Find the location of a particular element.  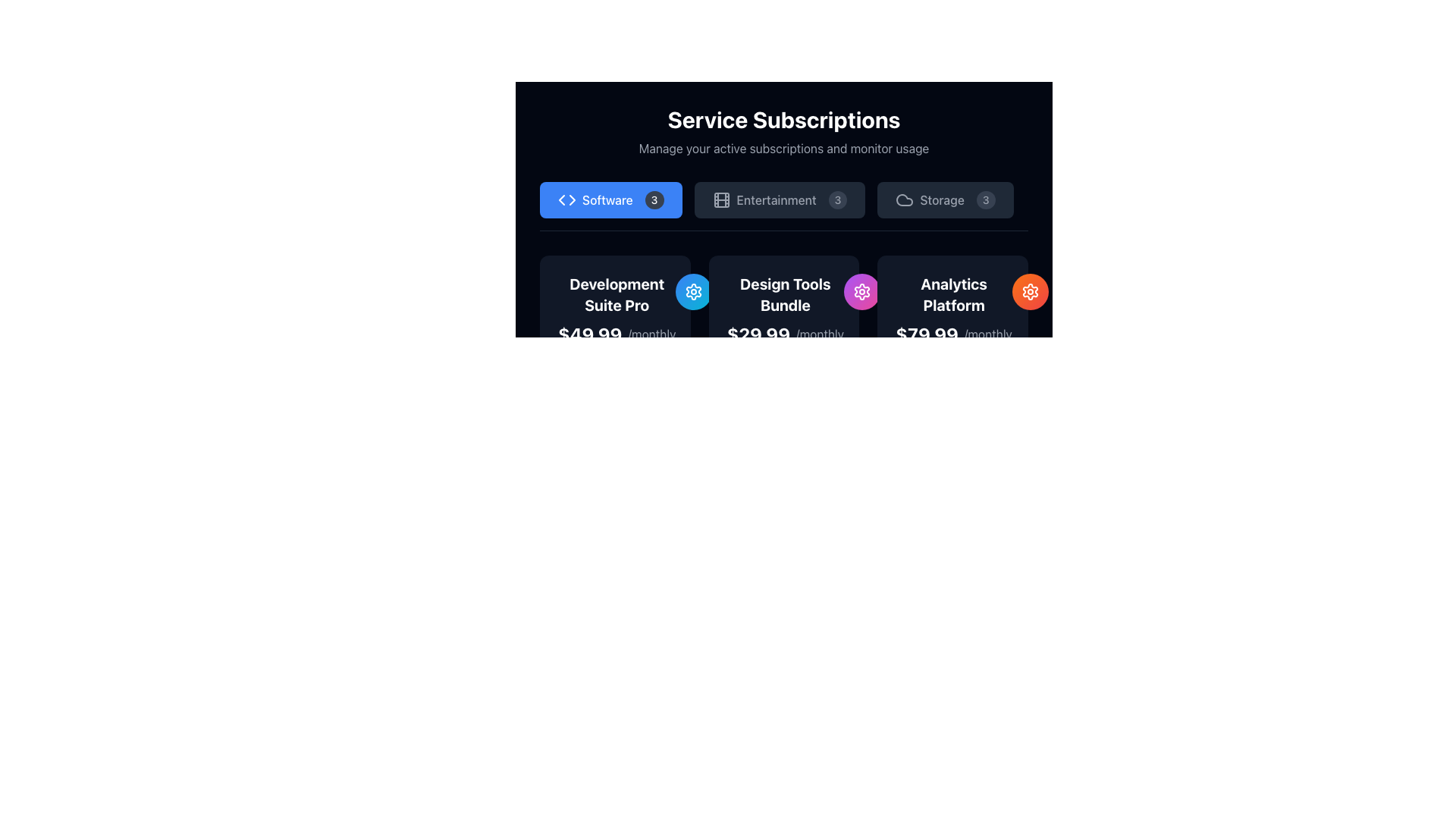

the database icon that is styled as a small graphic with a stack-like design, positioned to the left of the '25GB' text is located at coordinates (795, 425).